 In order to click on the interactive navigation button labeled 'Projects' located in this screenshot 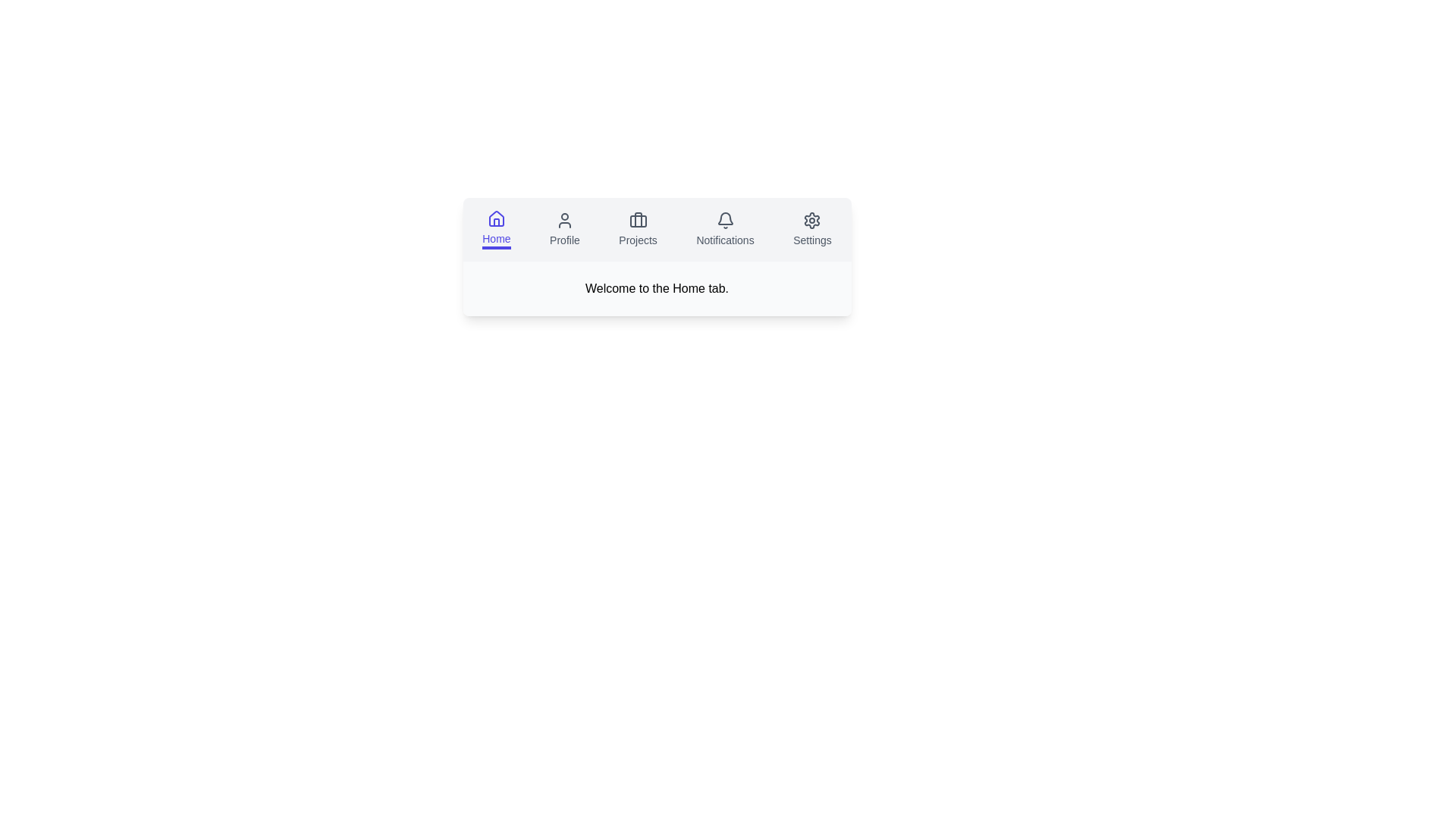, I will do `click(638, 230)`.